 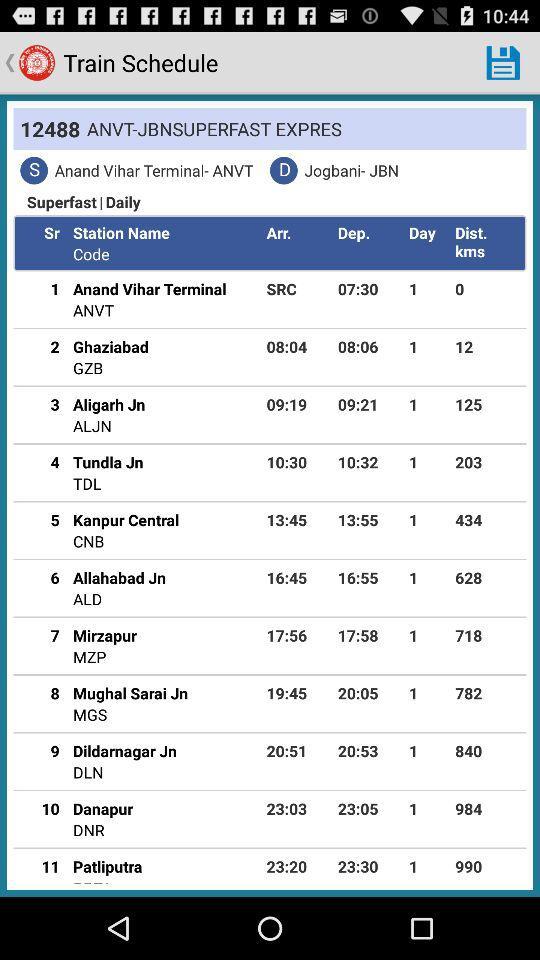 I want to click on the icon below the anvt icon, so click(x=111, y=346).